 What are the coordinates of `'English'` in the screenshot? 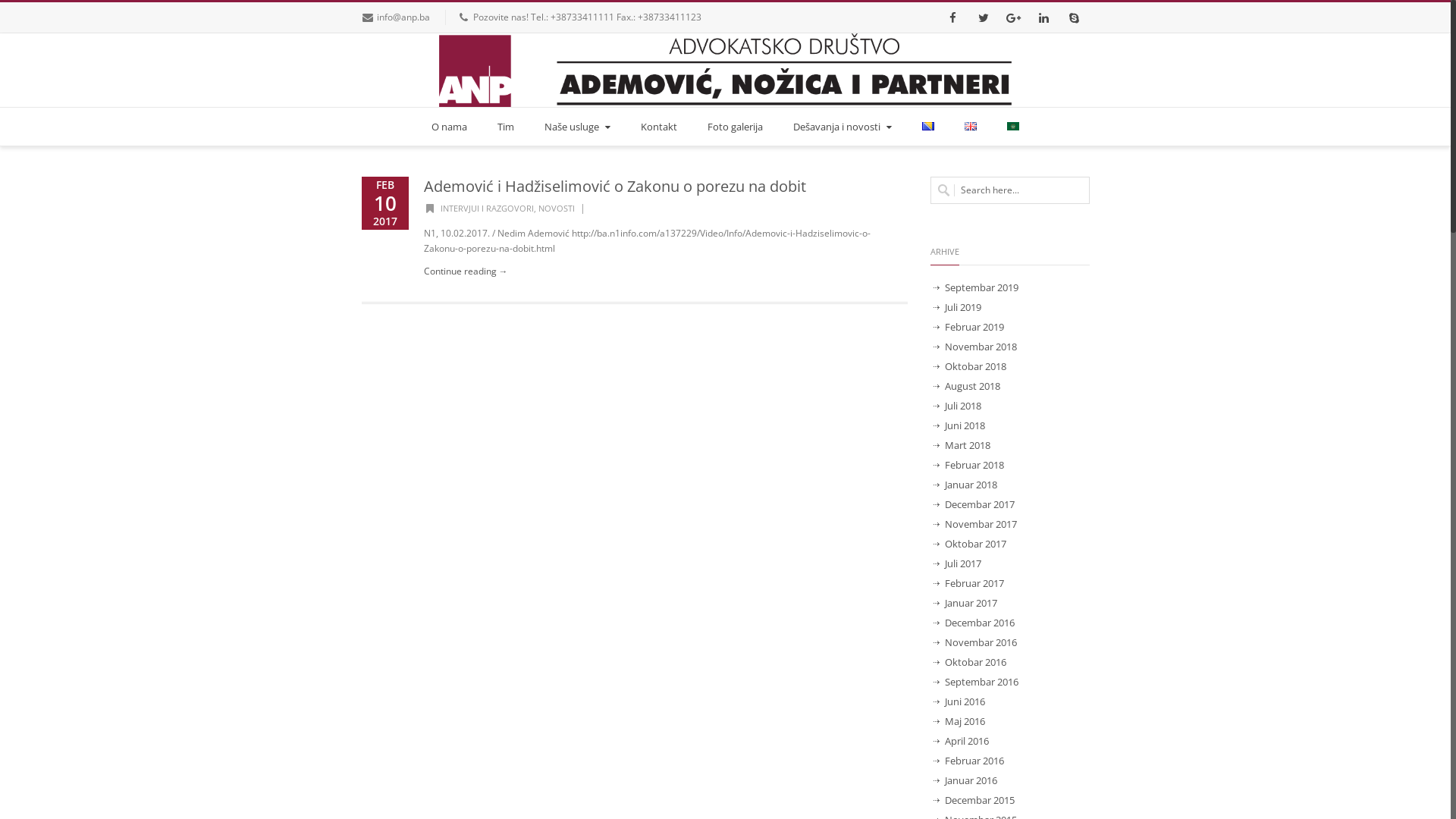 It's located at (971, 125).